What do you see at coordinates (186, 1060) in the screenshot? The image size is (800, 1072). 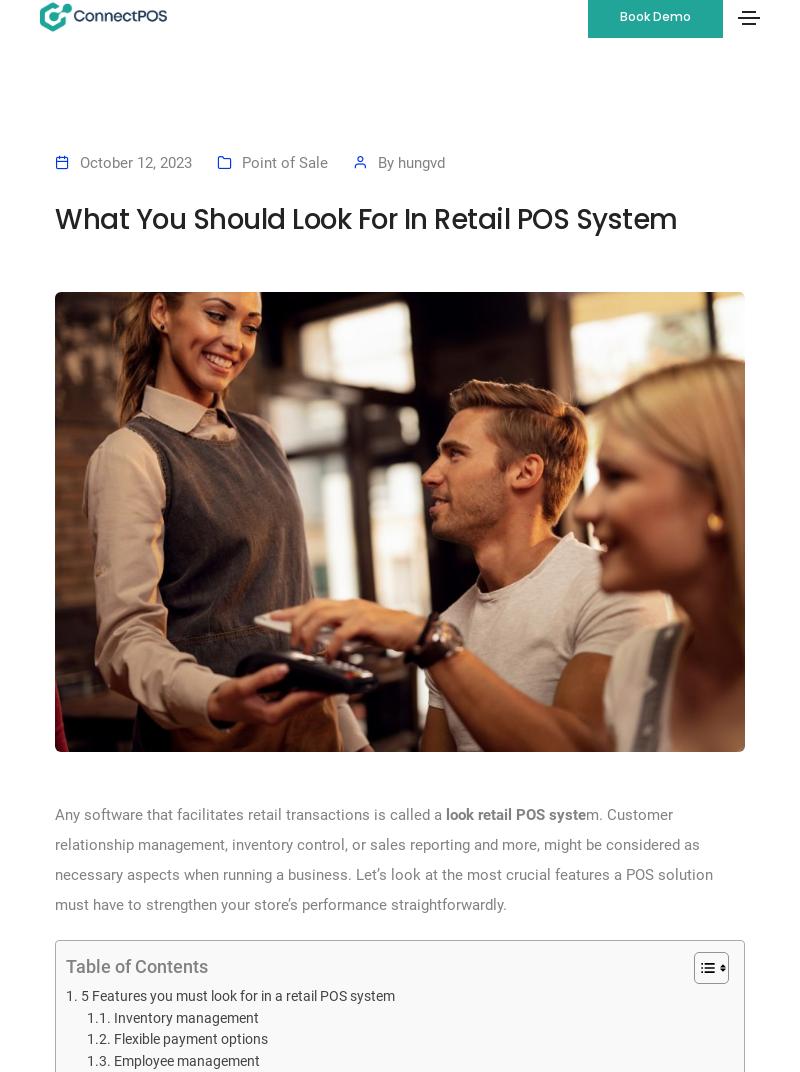 I see `'Employee management'` at bounding box center [186, 1060].